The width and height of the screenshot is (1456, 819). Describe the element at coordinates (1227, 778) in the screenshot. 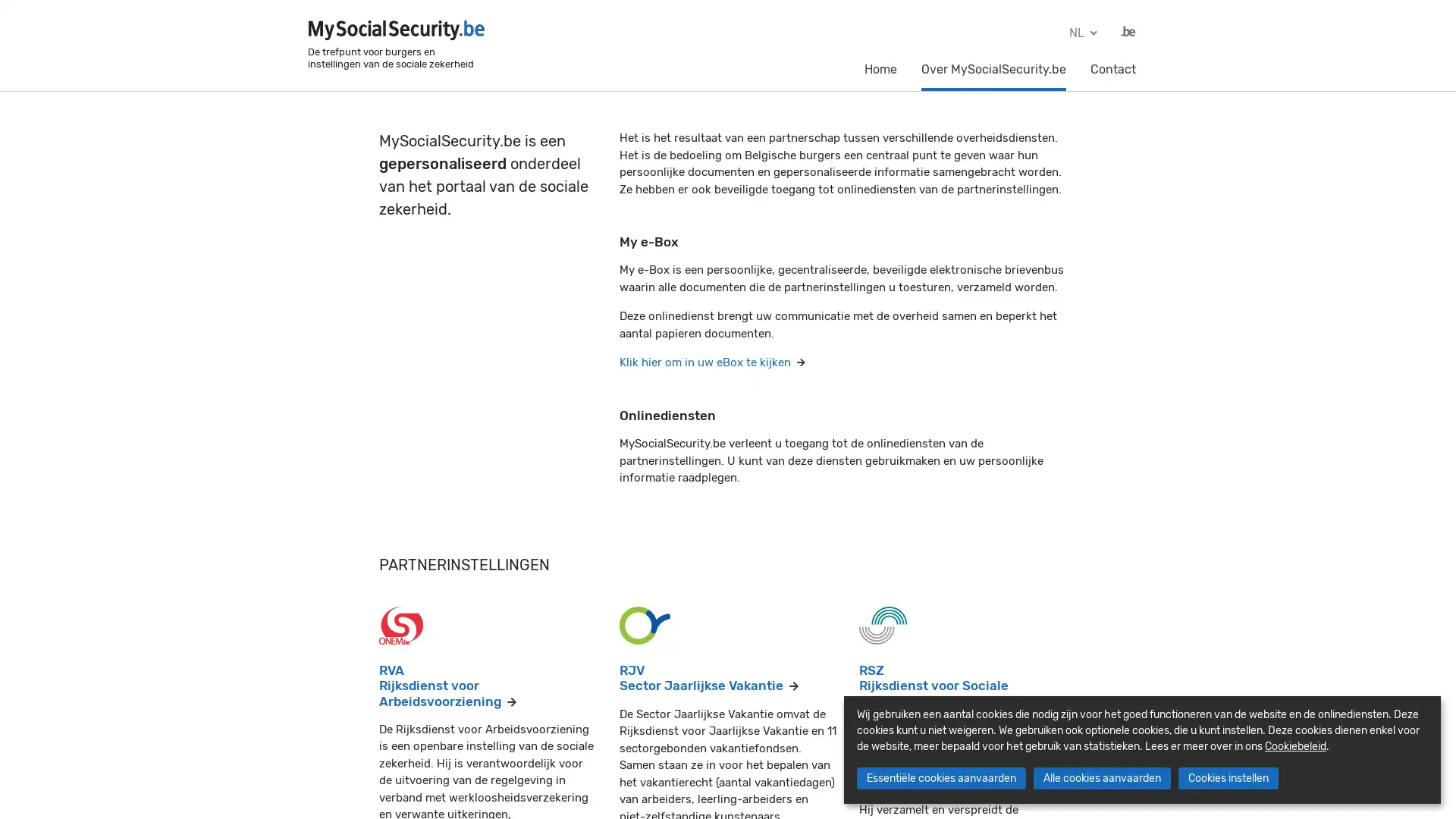

I see `Cookies instellen` at that location.